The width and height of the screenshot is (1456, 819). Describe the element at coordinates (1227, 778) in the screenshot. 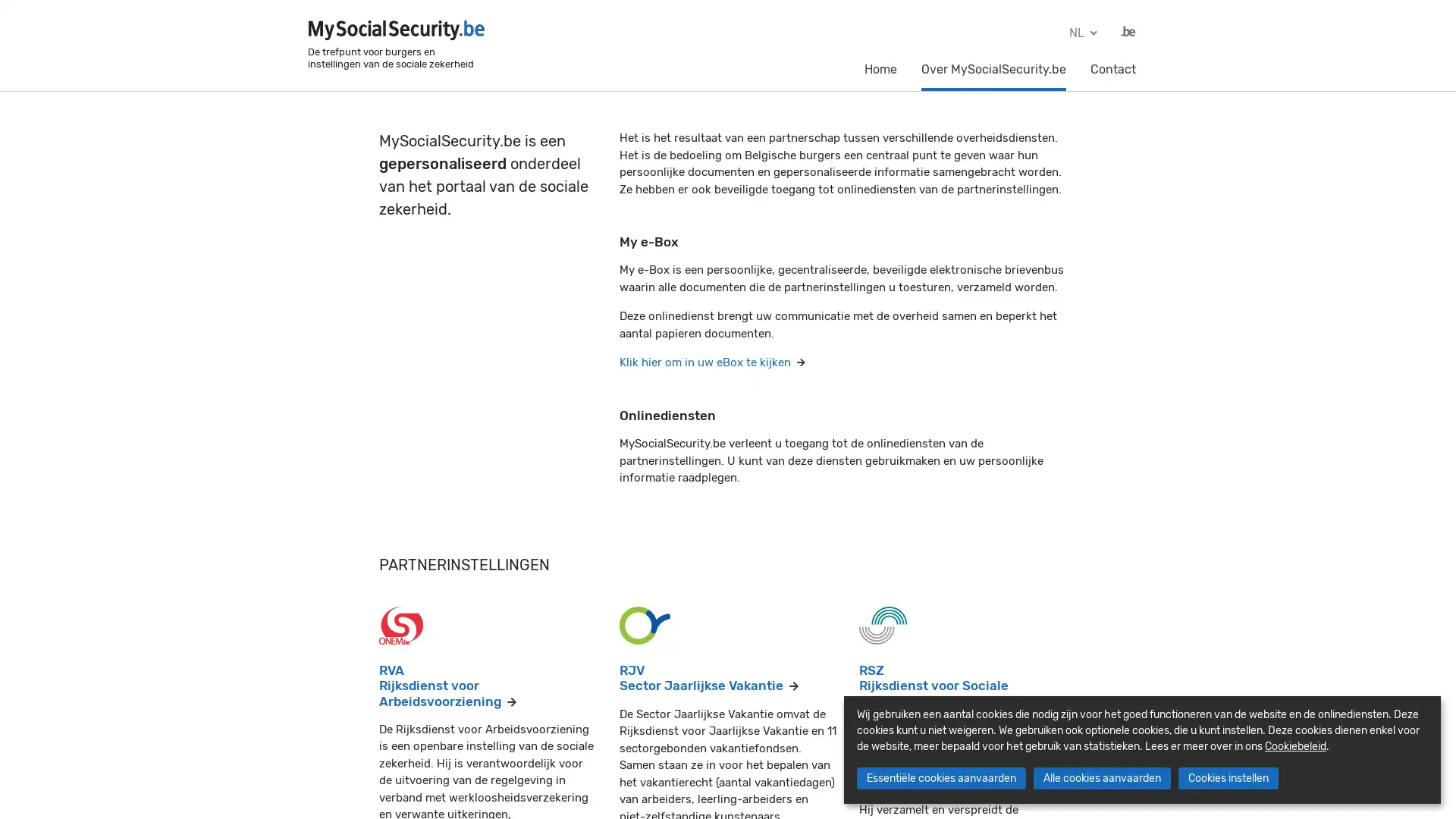

I see `Cookies instellen` at that location.